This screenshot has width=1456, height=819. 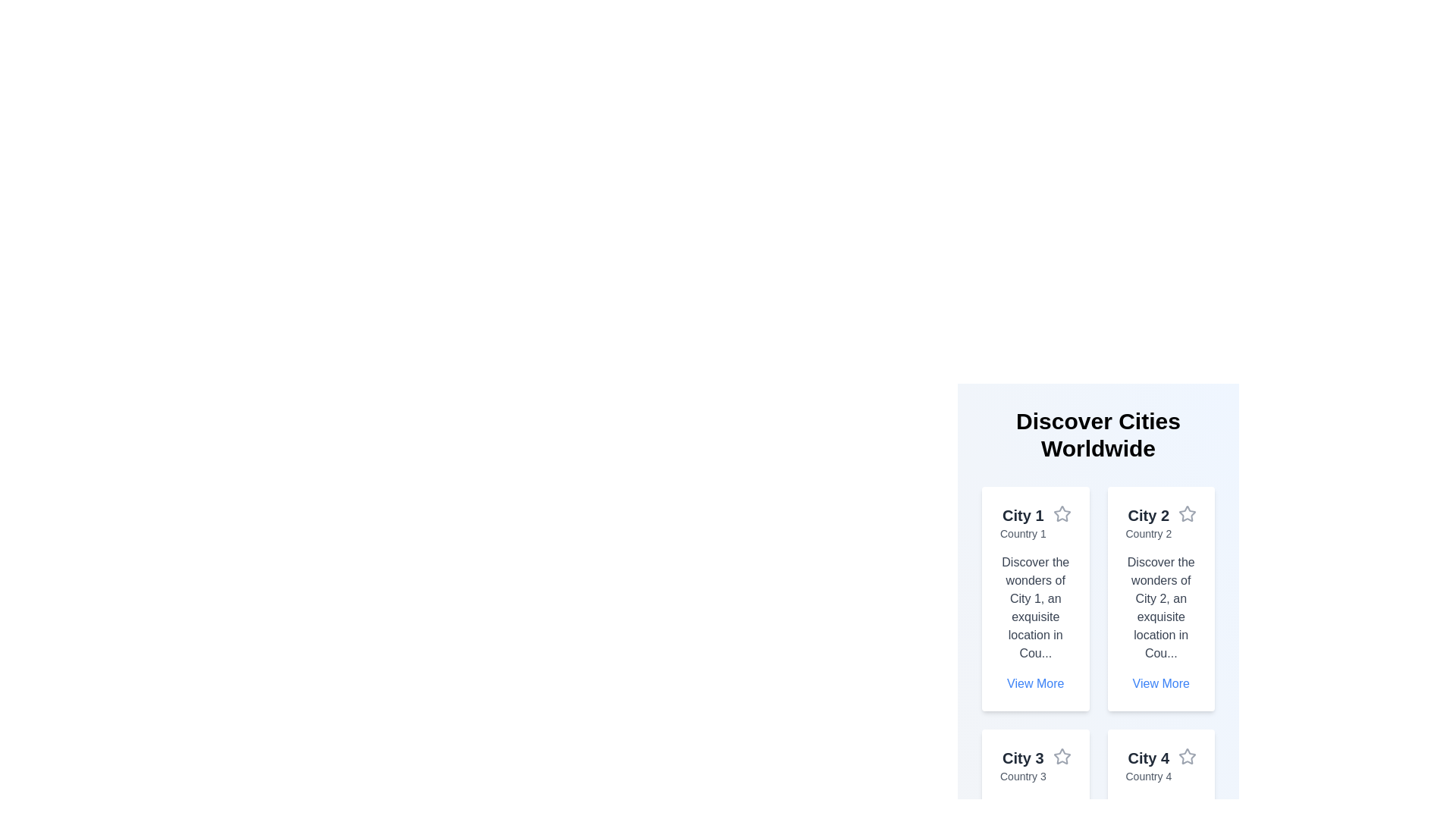 I want to click on the 'City 3' text element with the supporting star icon located in the third card of the 'Discover Cities Worldwide' section, so click(x=1034, y=766).